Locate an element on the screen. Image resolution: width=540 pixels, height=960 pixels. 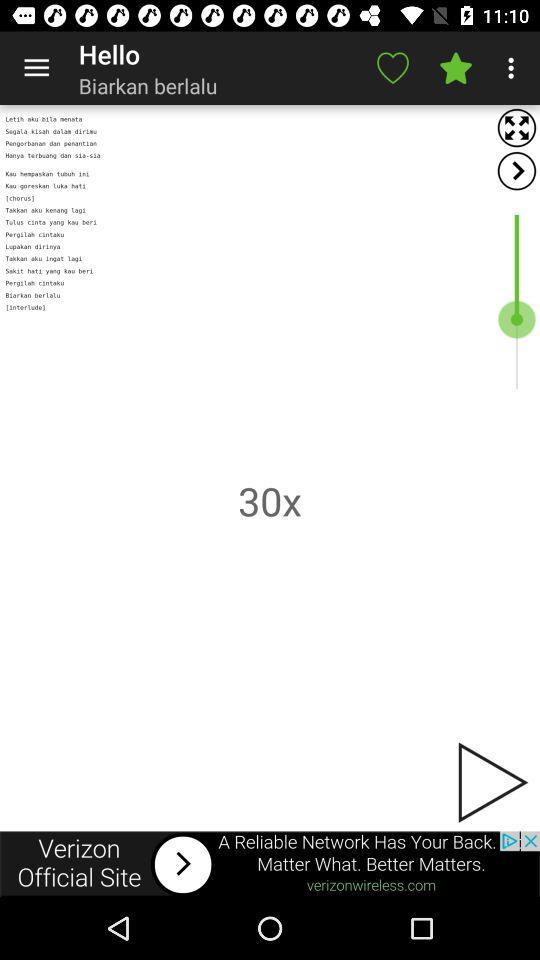
full screen is located at coordinates (516, 127).